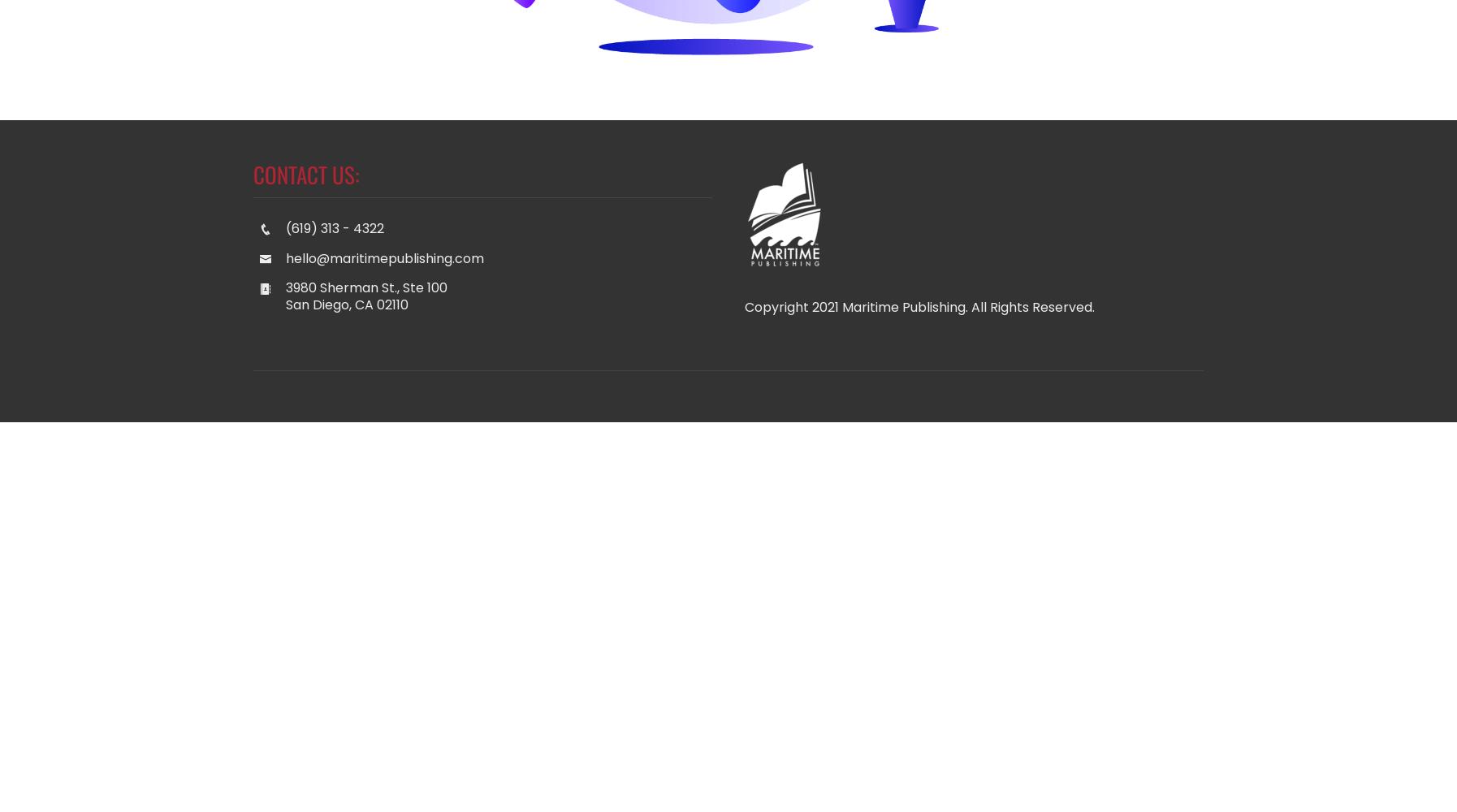  Describe the element at coordinates (919, 306) in the screenshot. I see `'Copyright 2021 Maritime Publishing. All Rights Reserved.'` at that location.